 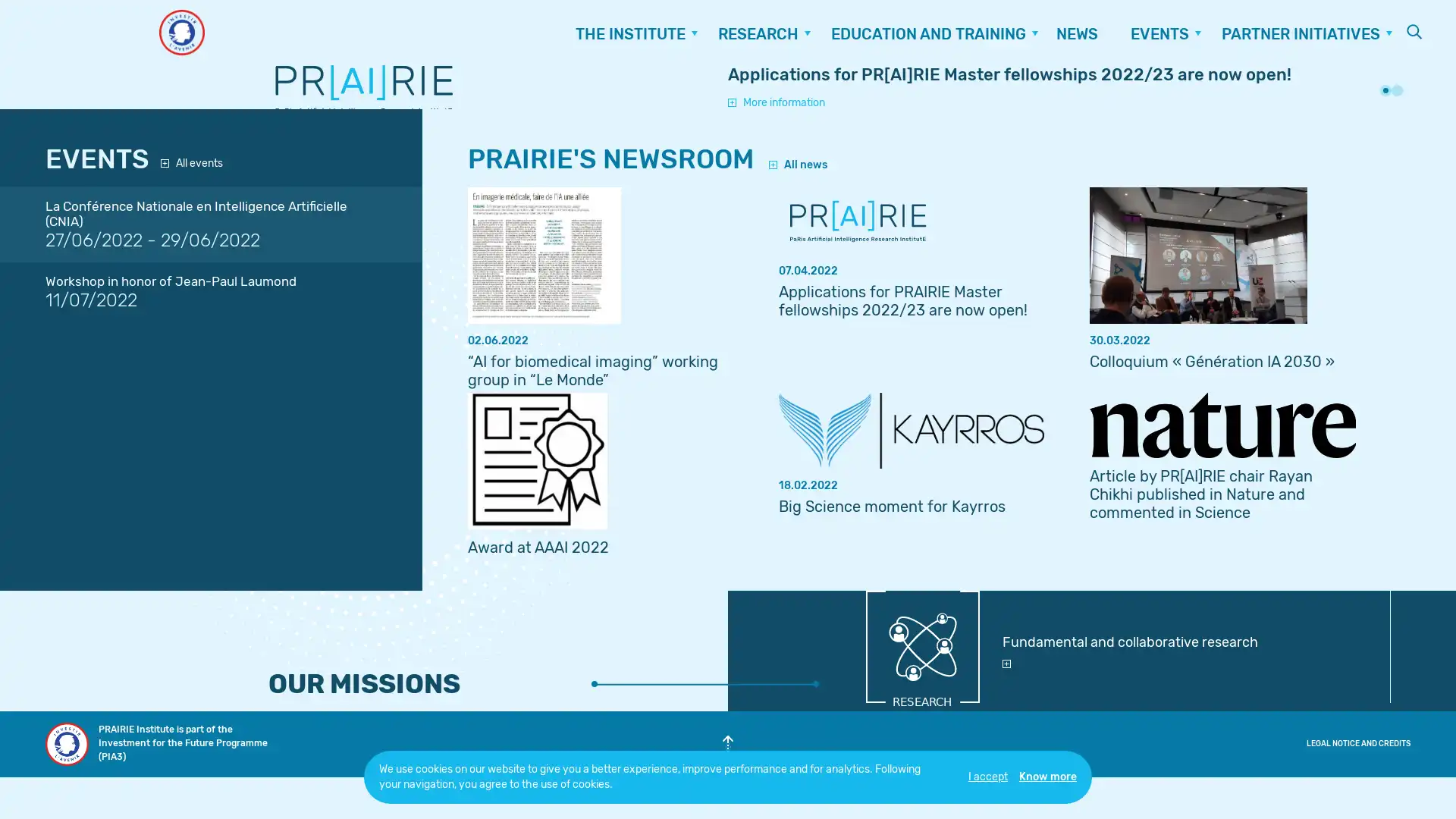 I want to click on Search, so click(x=1414, y=32).